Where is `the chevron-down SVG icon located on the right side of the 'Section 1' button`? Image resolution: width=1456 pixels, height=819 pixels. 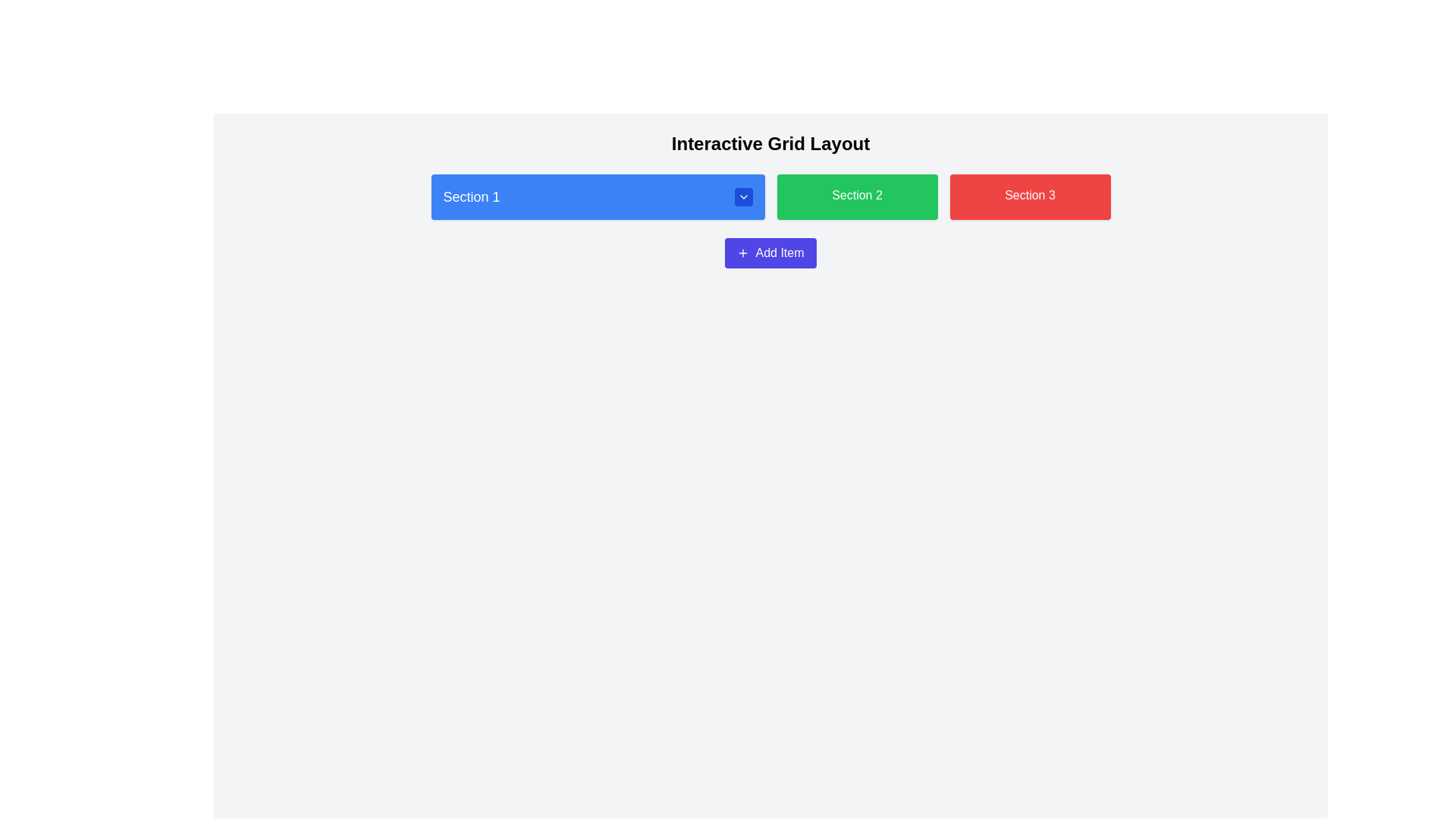 the chevron-down SVG icon located on the right side of the 'Section 1' button is located at coordinates (743, 196).